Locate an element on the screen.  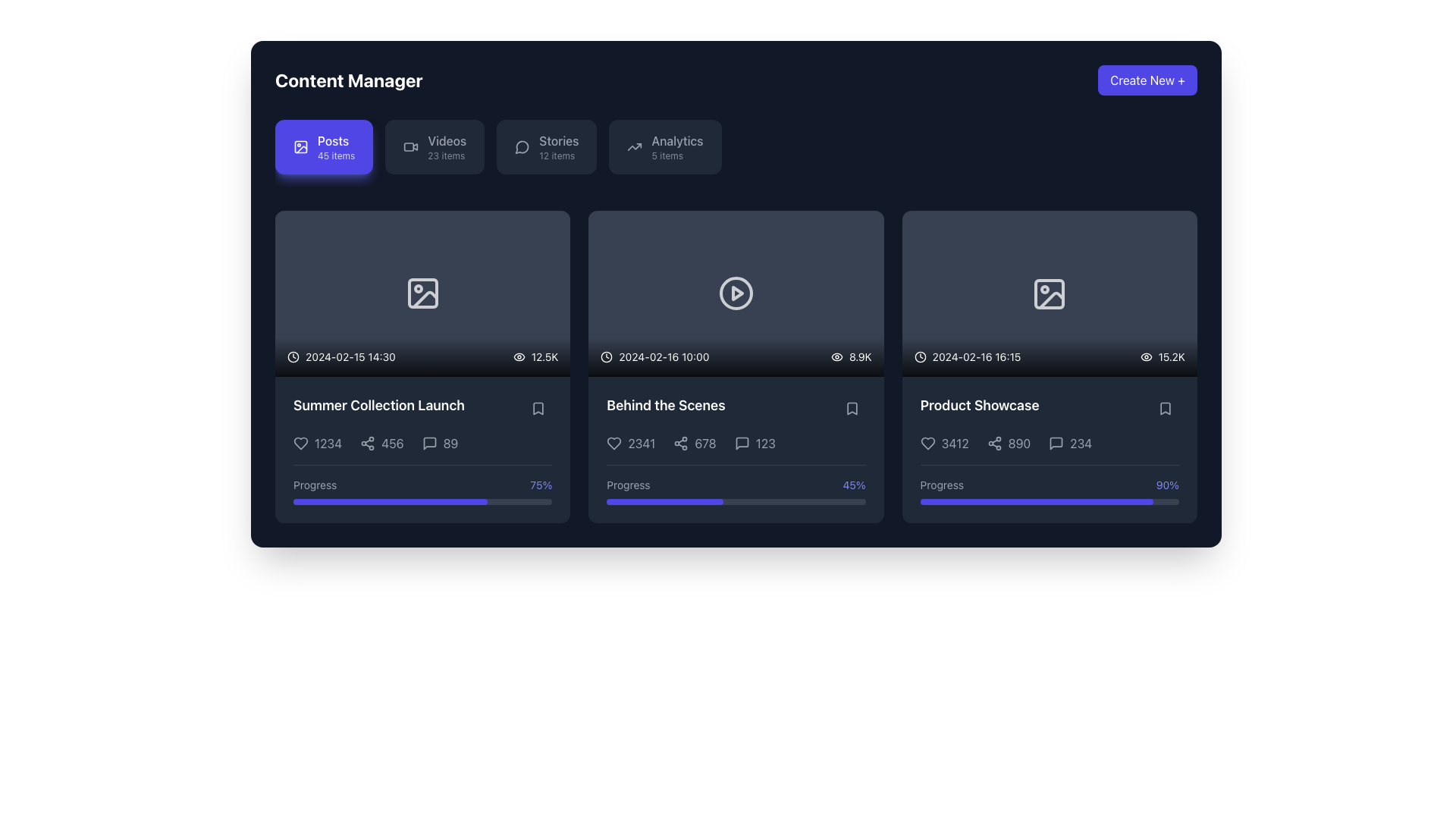
the 'Stories' text label, which is a medium-weight font in a light color, part of the navigational menu at the top-center of the page is located at coordinates (558, 140).